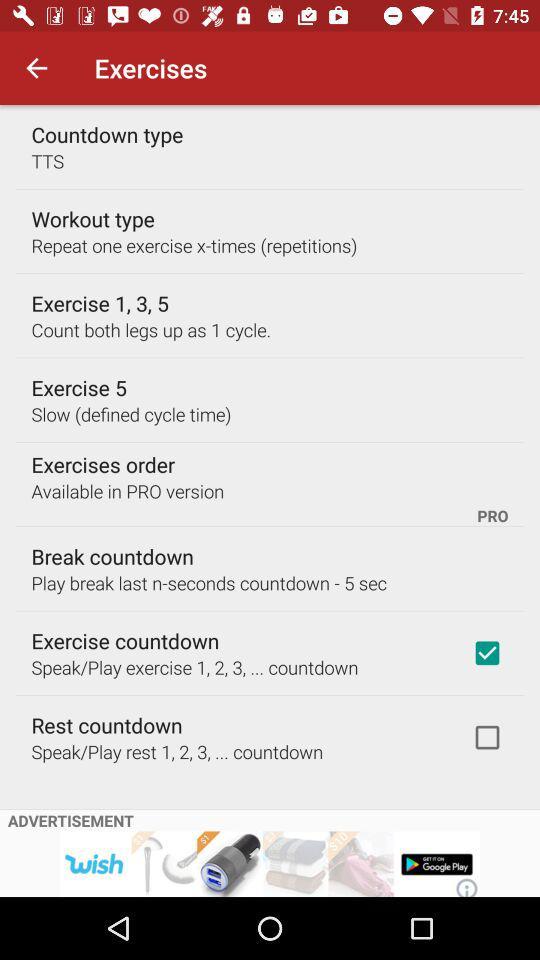  I want to click on check the box, so click(486, 736).